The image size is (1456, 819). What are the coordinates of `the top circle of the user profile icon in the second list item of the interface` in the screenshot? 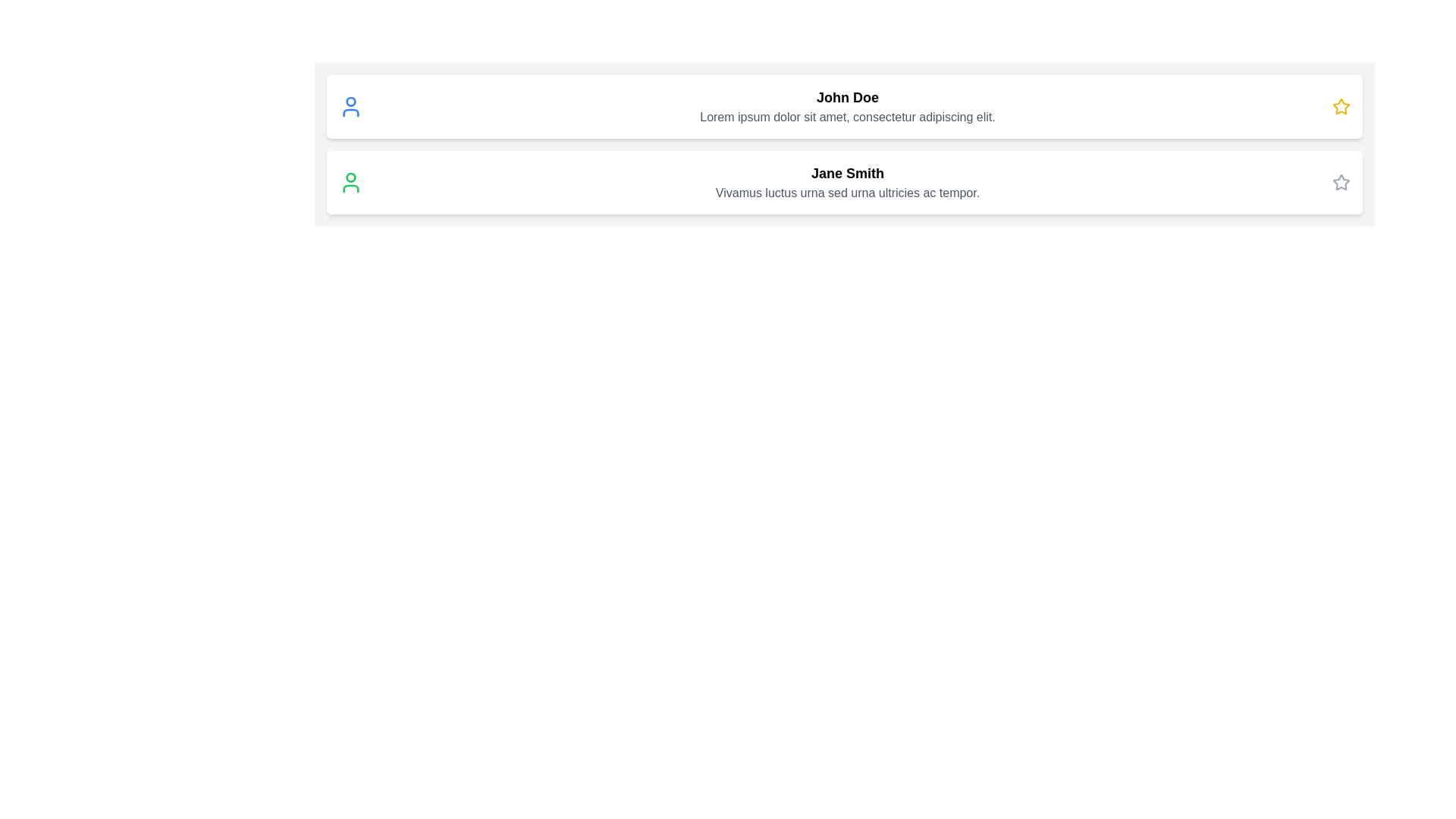 It's located at (350, 177).